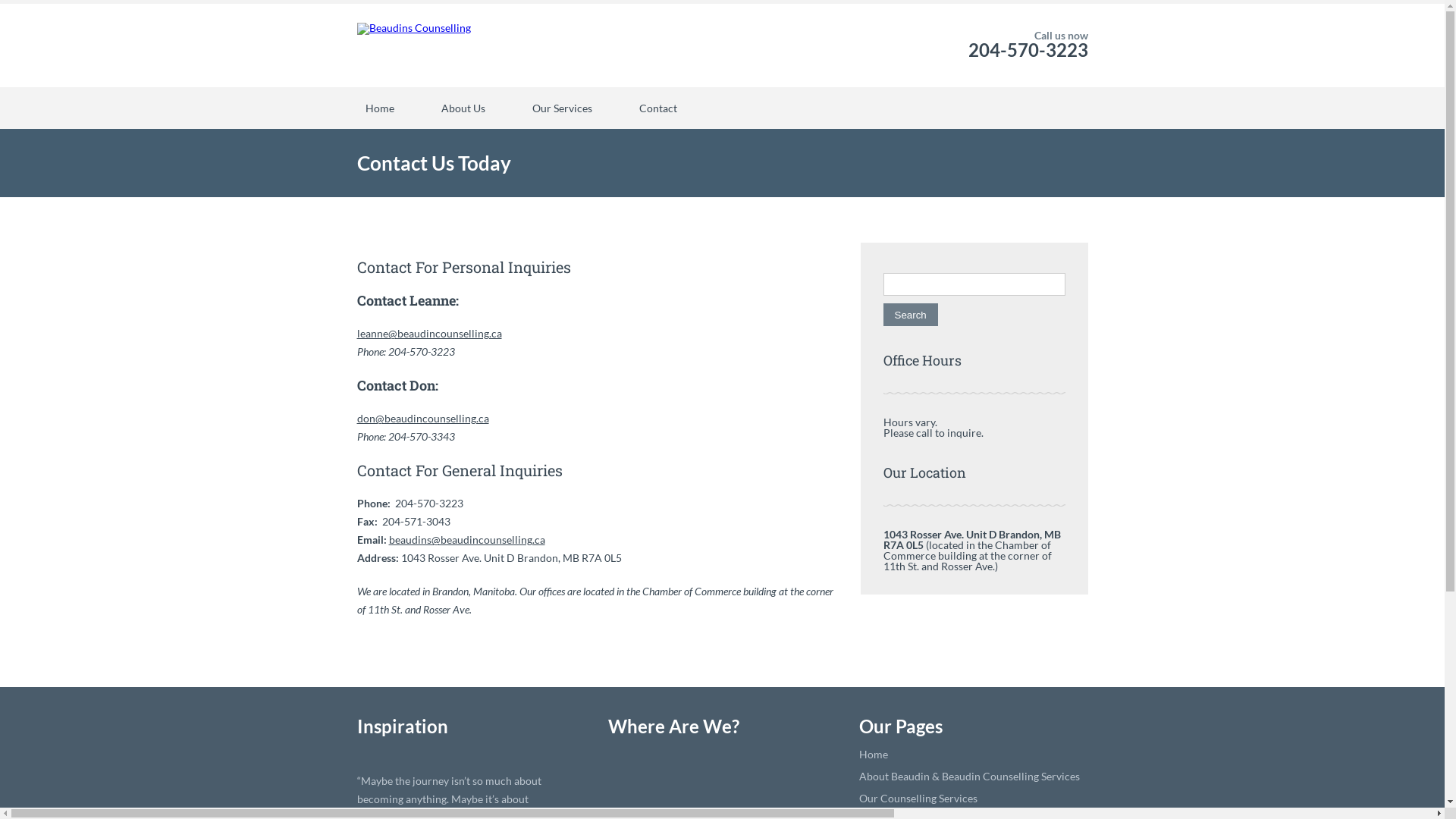 This screenshot has width=1456, height=819. Describe the element at coordinates (428, 332) in the screenshot. I see `'leanne@beaudincounselling.ca'` at that location.